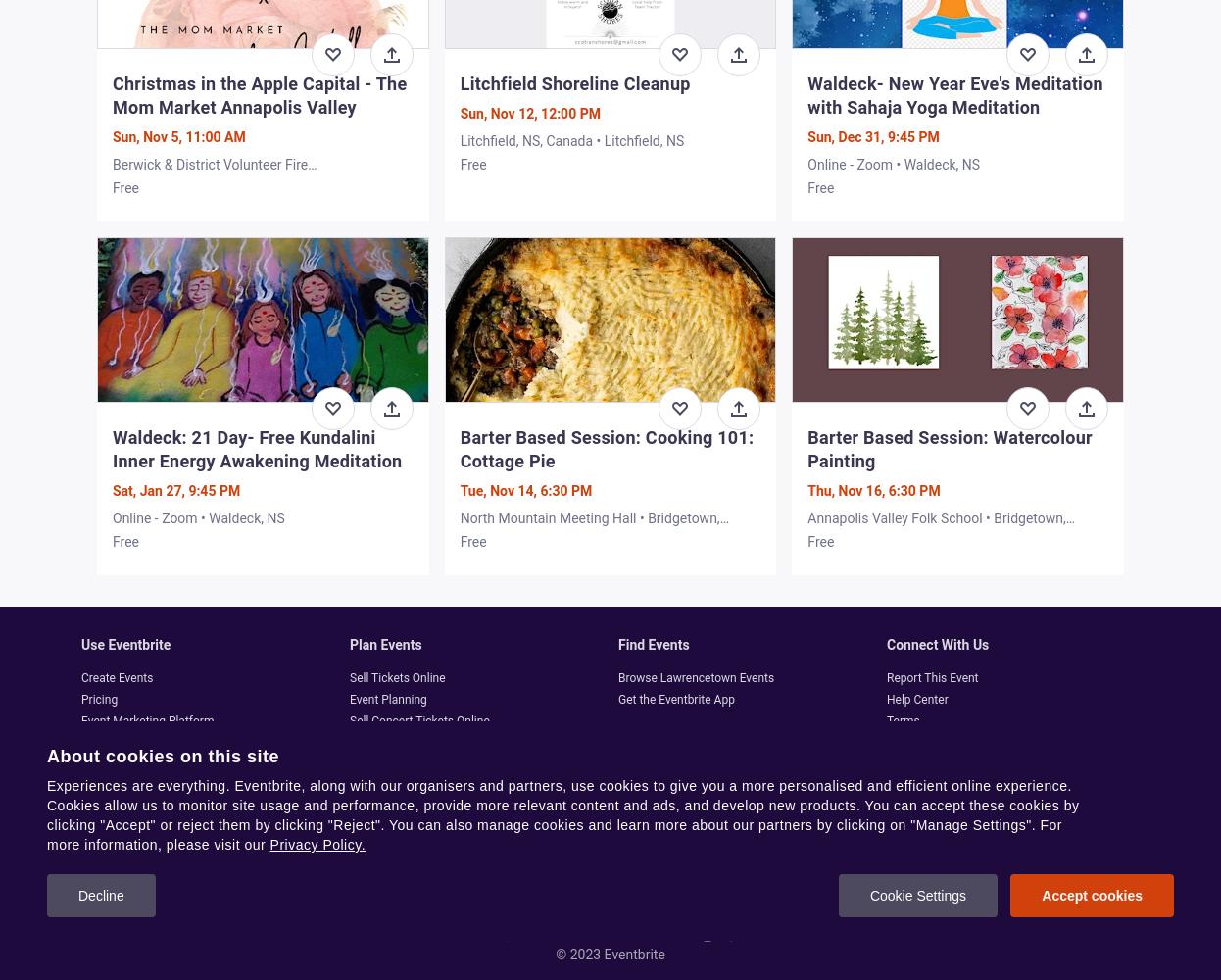 This screenshot has width=1221, height=980. I want to click on 'Berwick & District Volunteer Fire Department • Berwick, NS', so click(209, 173).